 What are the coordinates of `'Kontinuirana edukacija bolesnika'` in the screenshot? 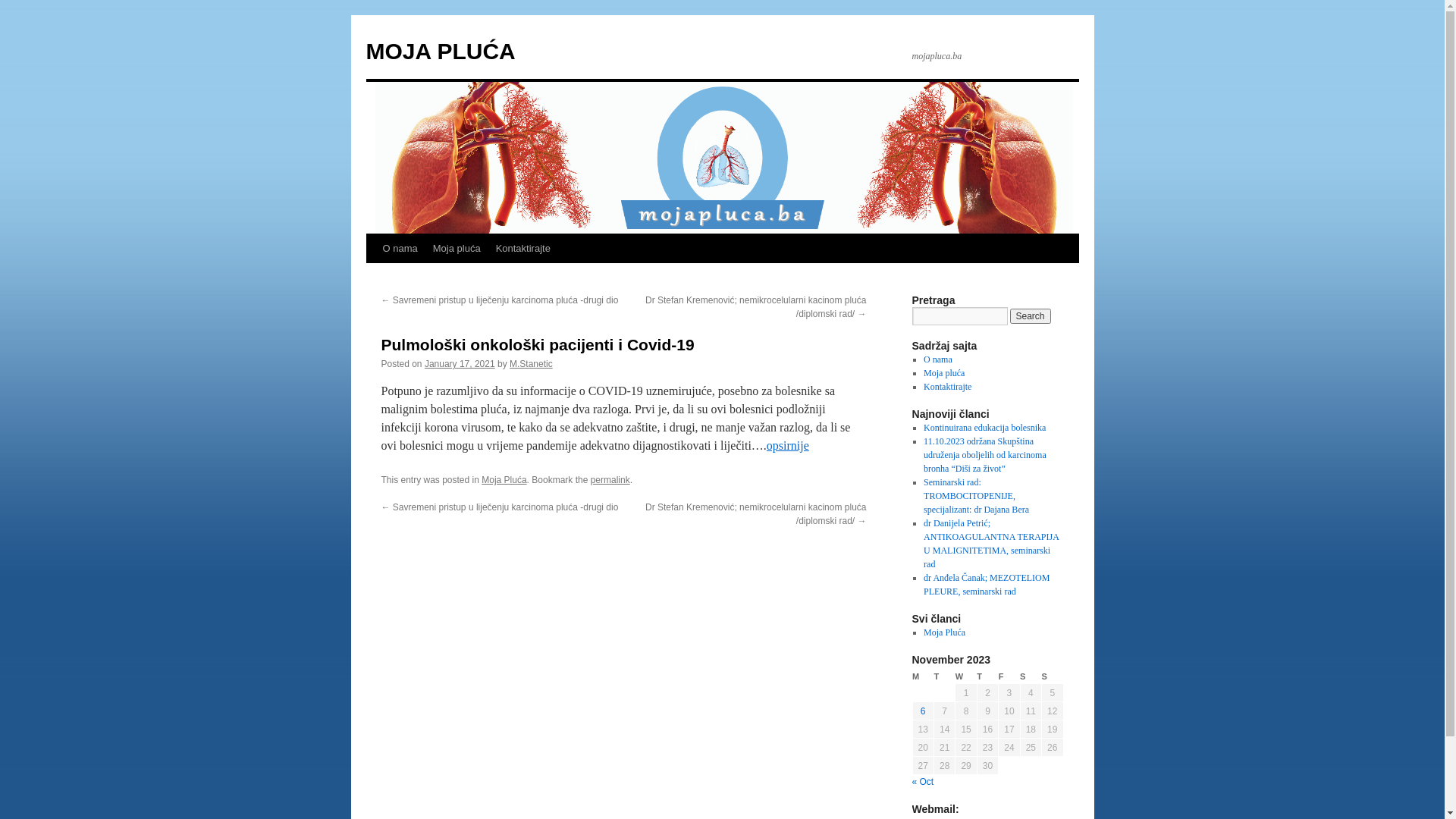 It's located at (984, 427).